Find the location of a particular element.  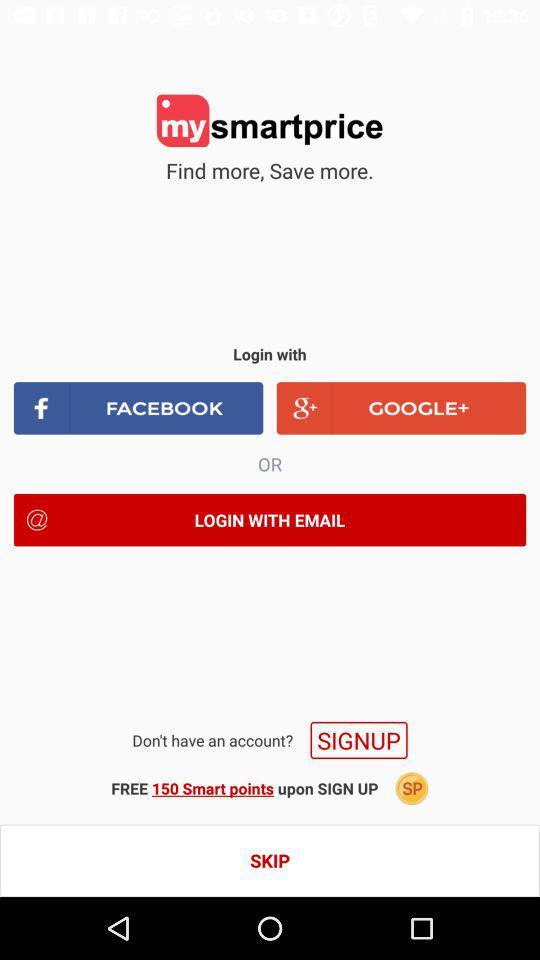

the signup is located at coordinates (358, 739).